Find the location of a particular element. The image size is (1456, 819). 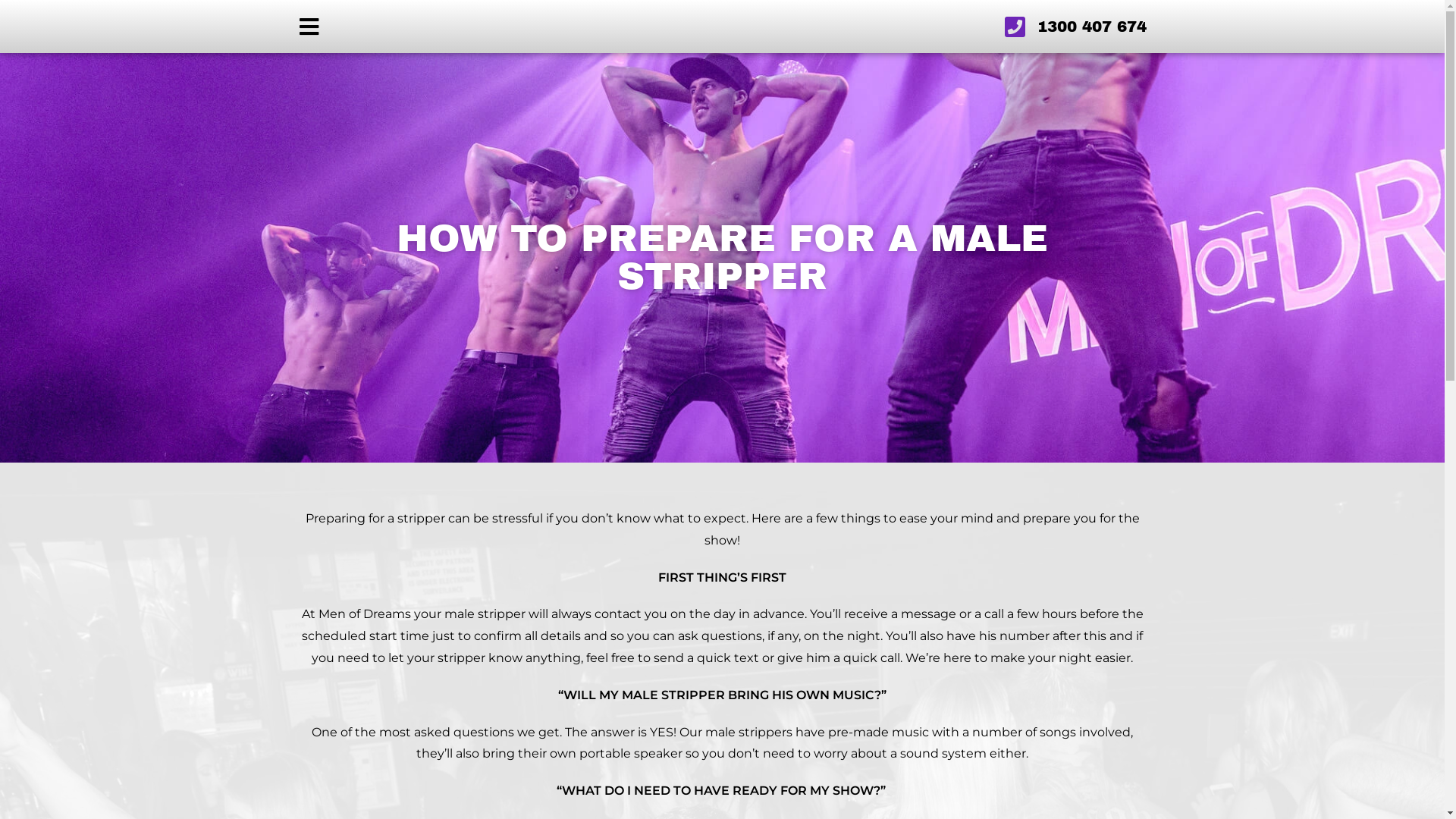

'1300 407 674' is located at coordinates (1009, 26).